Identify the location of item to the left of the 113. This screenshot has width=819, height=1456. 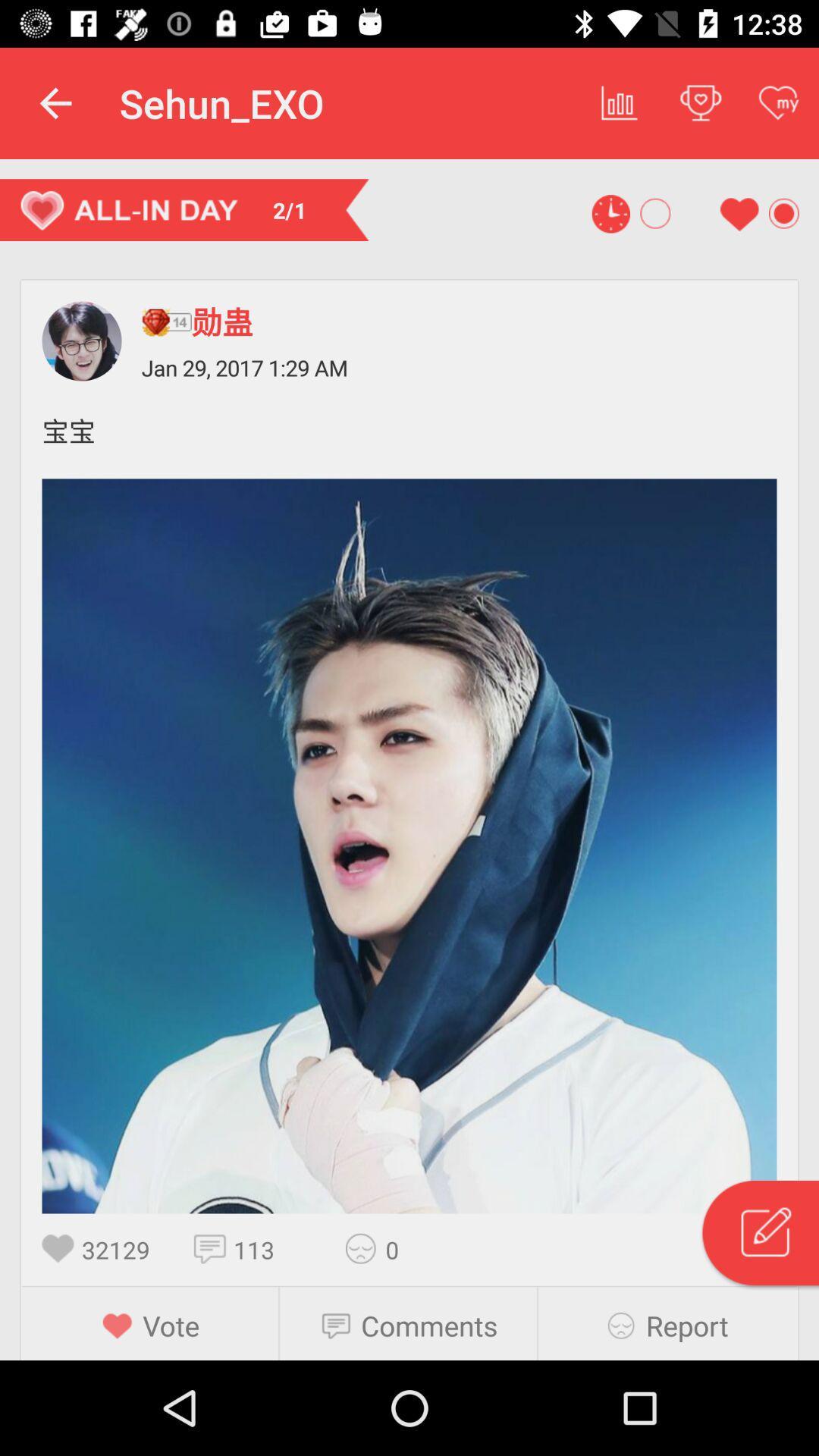
(213, 1248).